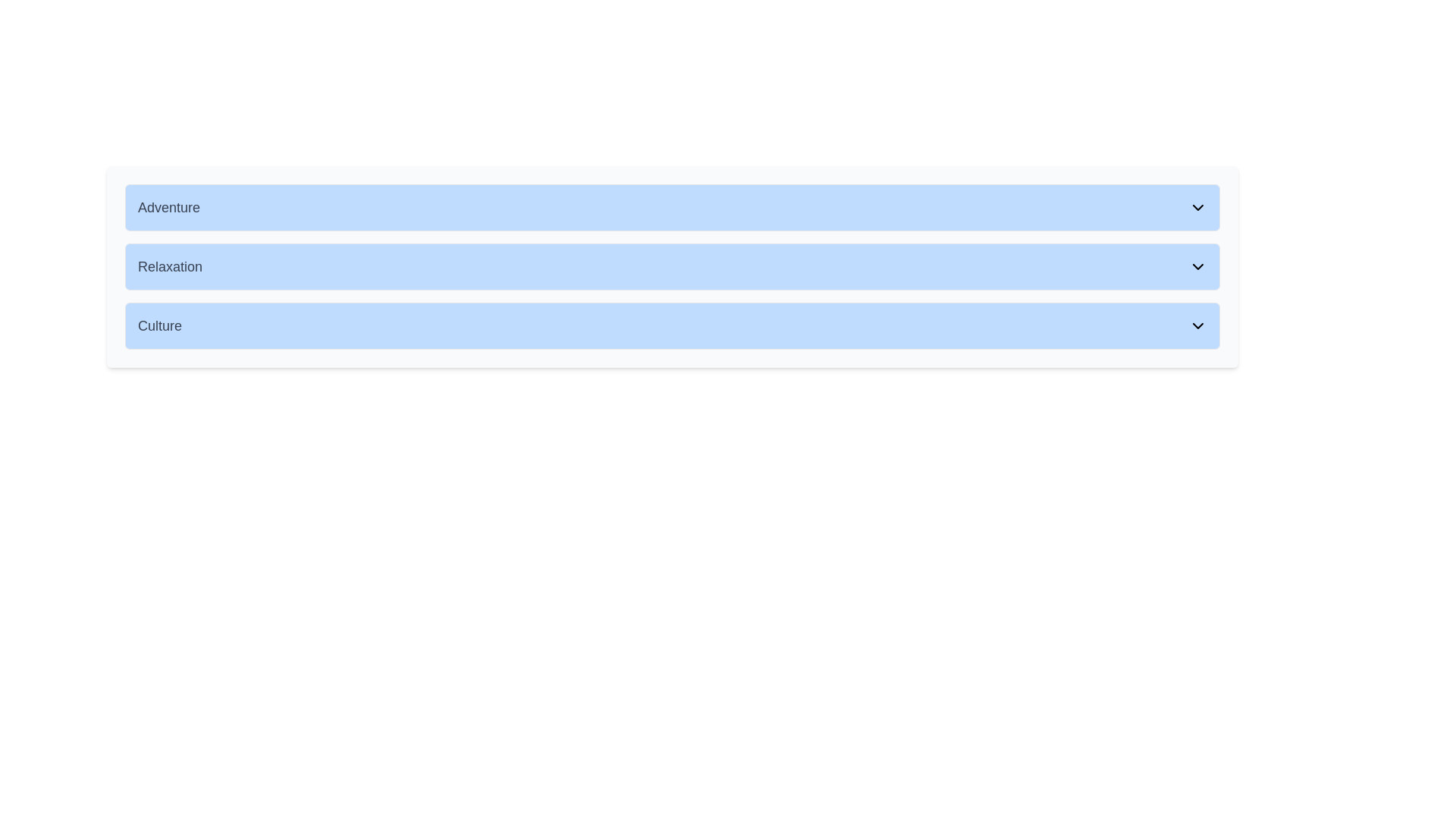  What do you see at coordinates (1197, 325) in the screenshot?
I see `the Dropdown Indicator Icon at the right end of the 'Culture' section` at bounding box center [1197, 325].